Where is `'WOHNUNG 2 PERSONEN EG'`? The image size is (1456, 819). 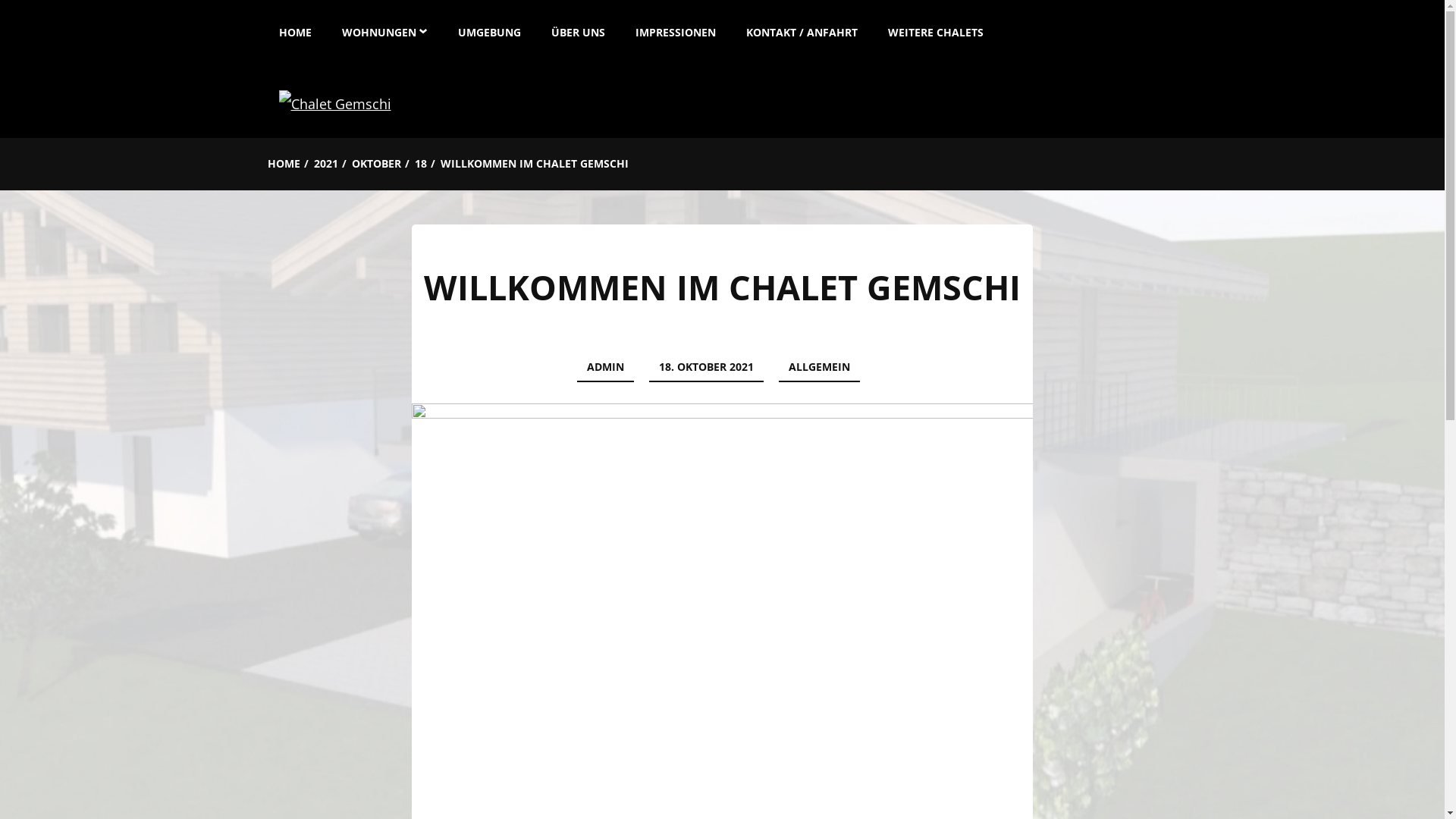
'WOHNUNG 2 PERSONEN EG' is located at coordinates (337, 97).